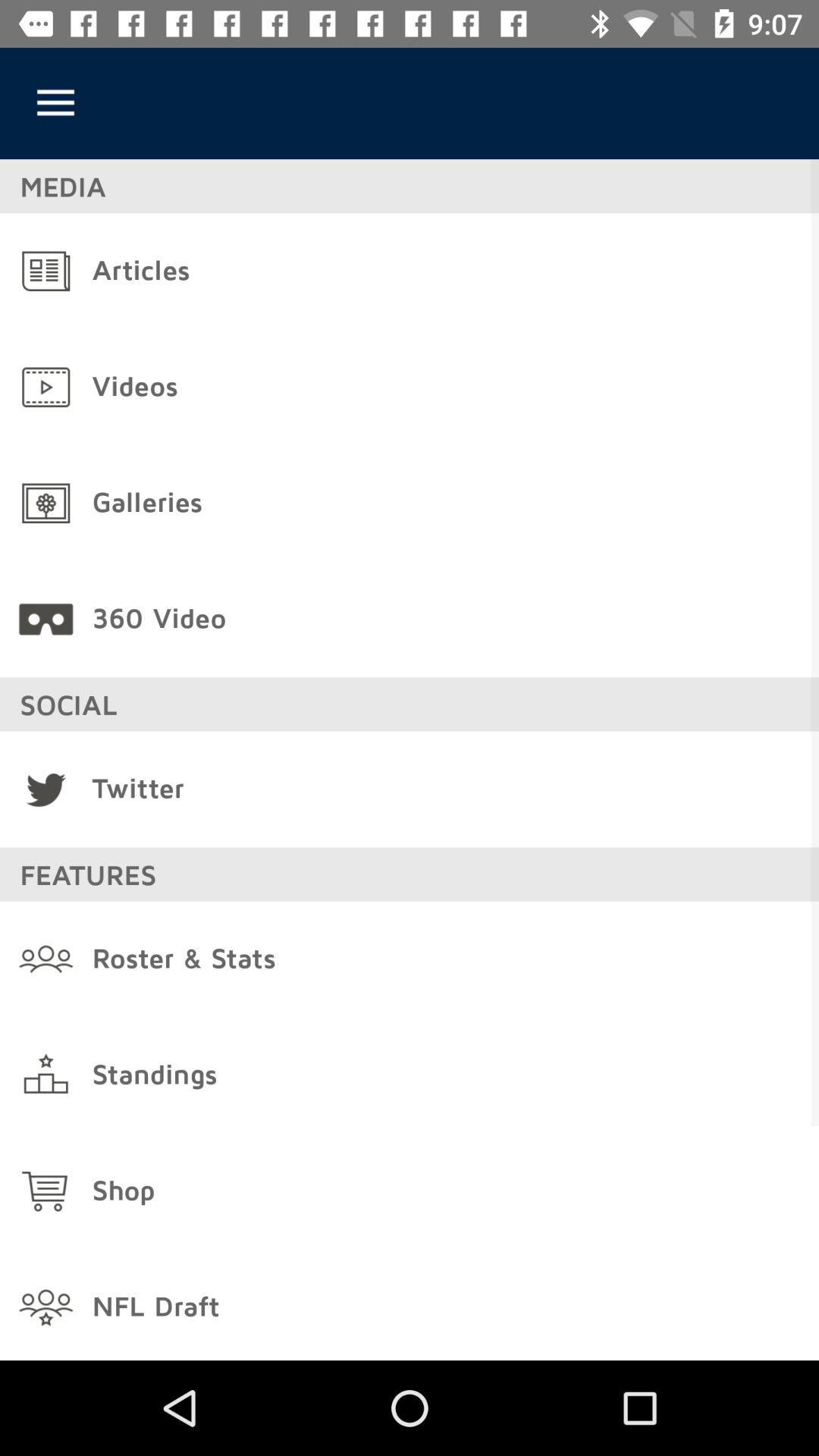  What do you see at coordinates (45, 789) in the screenshot?
I see `the twitter icon` at bounding box center [45, 789].